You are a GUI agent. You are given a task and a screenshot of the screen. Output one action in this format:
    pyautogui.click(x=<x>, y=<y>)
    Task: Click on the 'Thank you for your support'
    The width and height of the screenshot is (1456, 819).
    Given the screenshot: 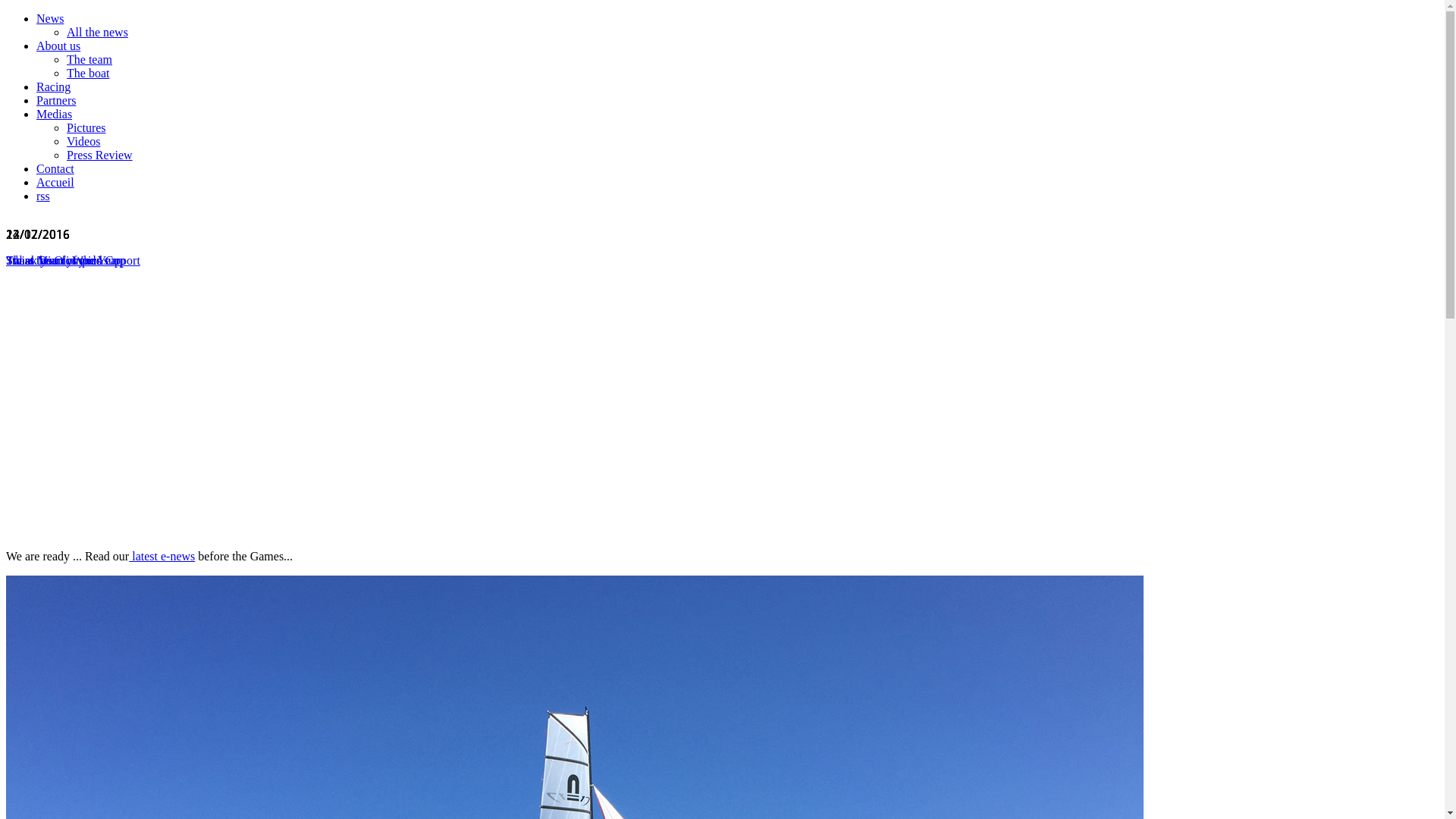 What is the action you would take?
    pyautogui.click(x=72, y=259)
    